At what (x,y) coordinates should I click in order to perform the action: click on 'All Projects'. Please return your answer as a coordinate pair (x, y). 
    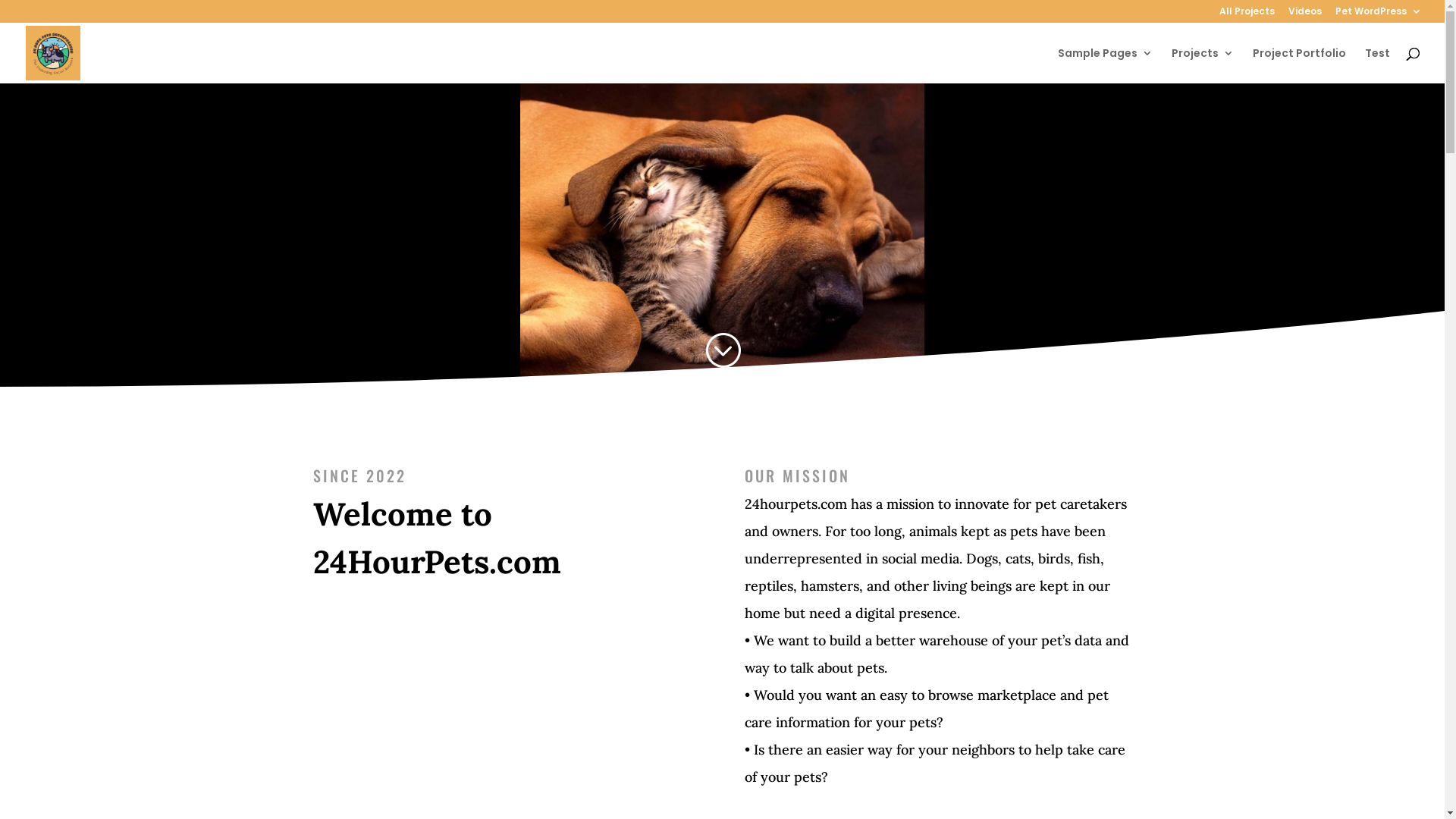
    Looking at the image, I should click on (1247, 14).